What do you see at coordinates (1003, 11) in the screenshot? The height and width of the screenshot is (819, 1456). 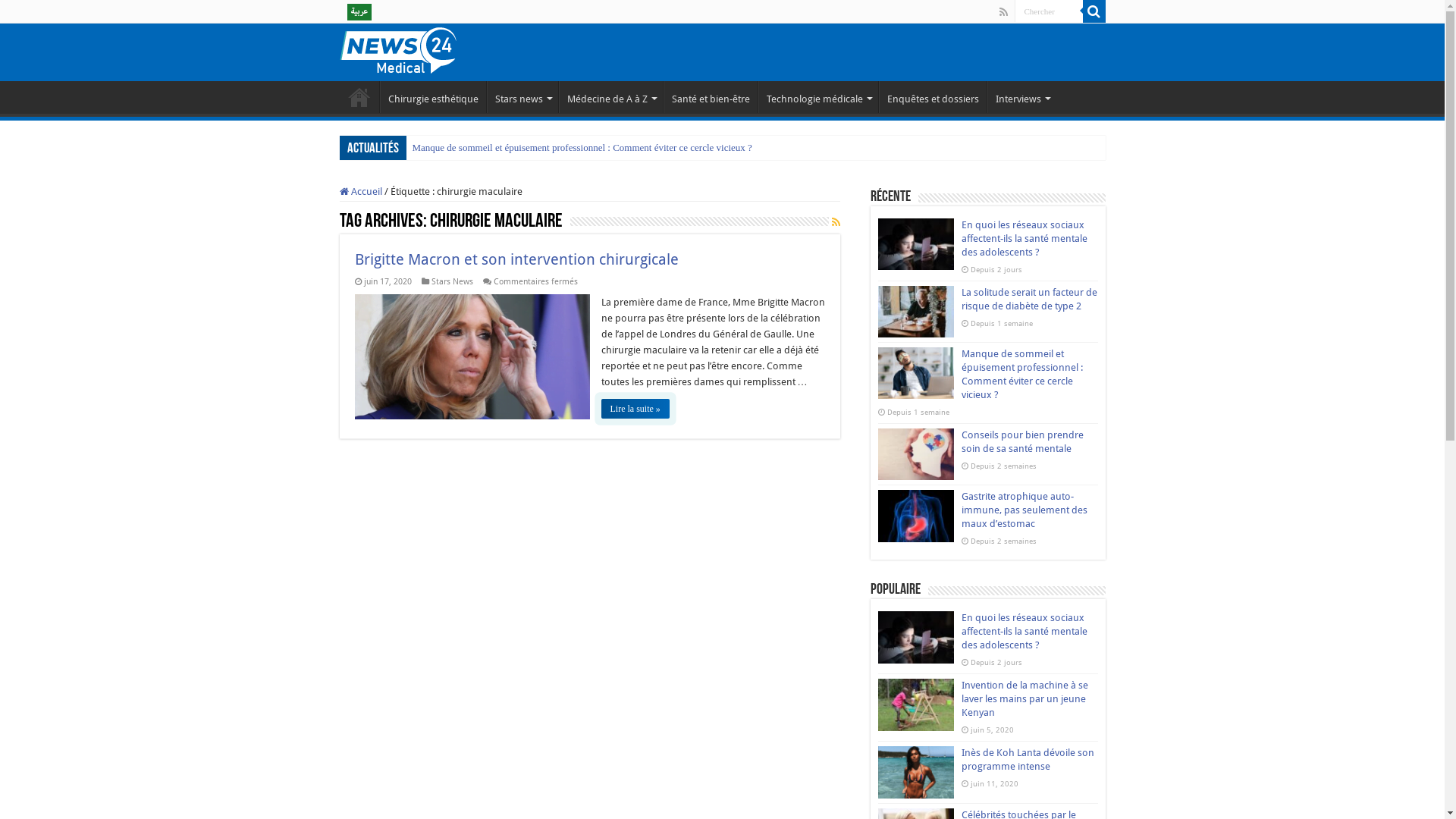 I see `'Rss'` at bounding box center [1003, 11].